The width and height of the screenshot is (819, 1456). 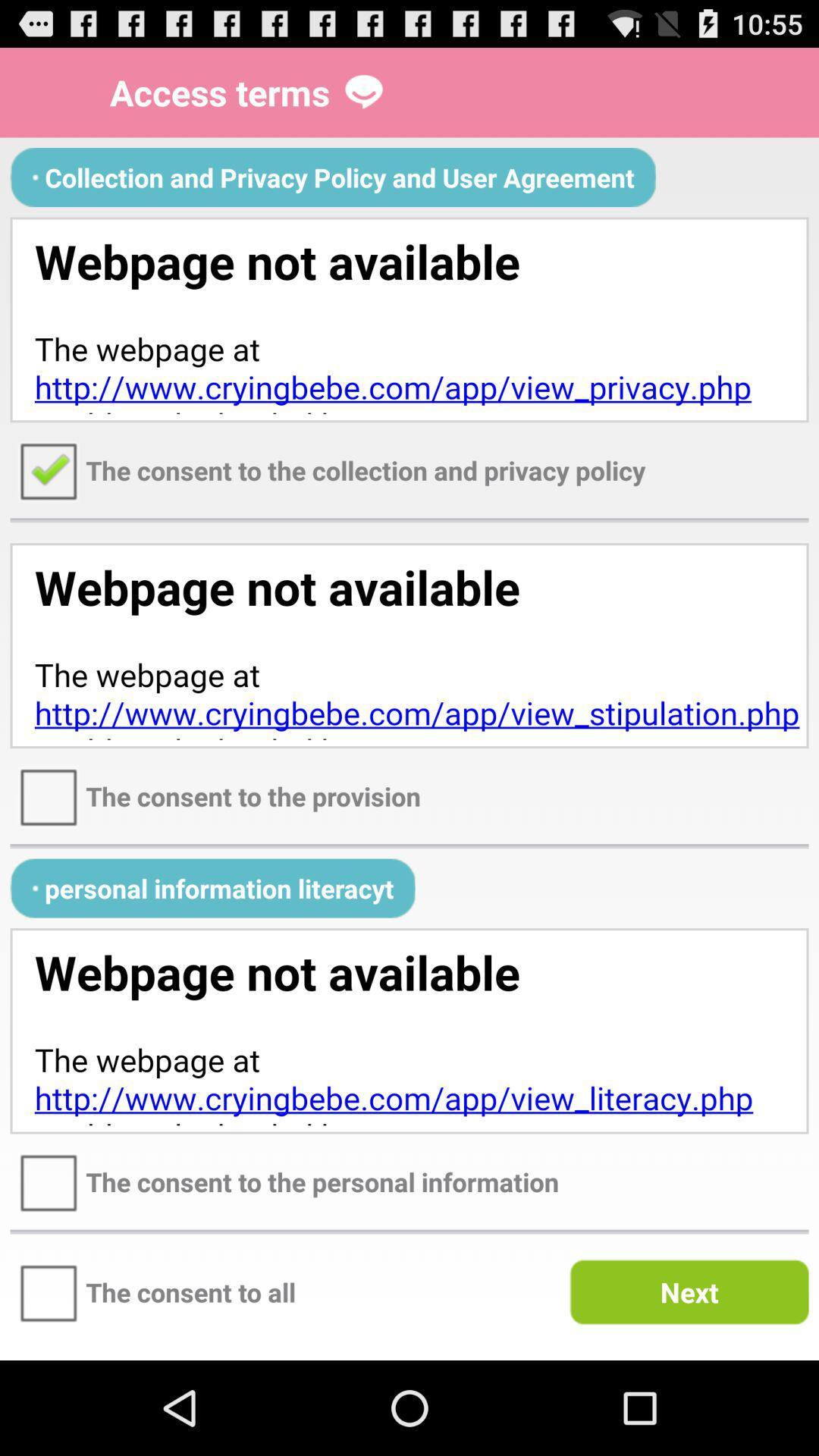 What do you see at coordinates (409, 318) in the screenshot?
I see `search box` at bounding box center [409, 318].